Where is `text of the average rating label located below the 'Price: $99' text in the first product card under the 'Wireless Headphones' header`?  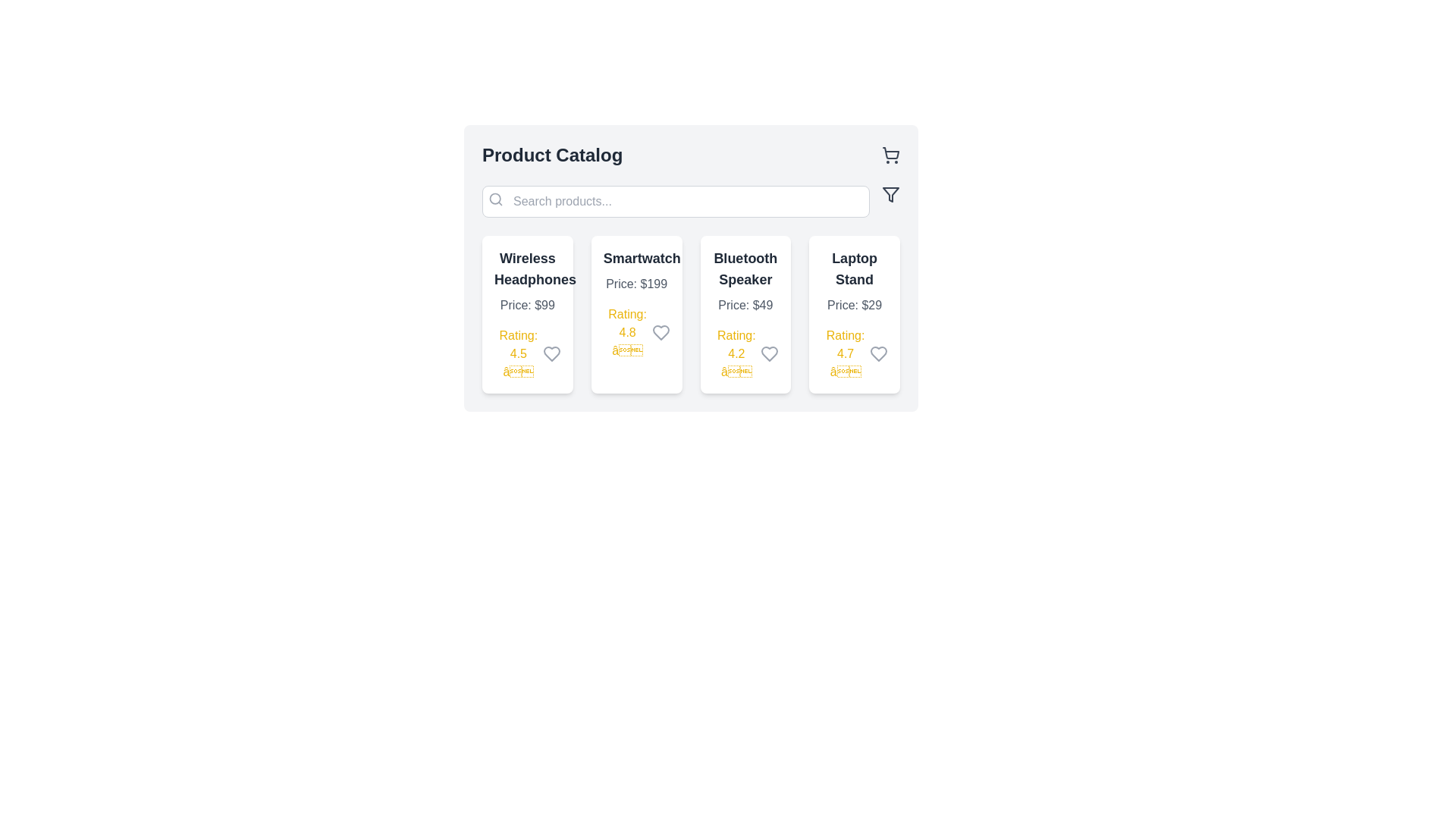
text of the average rating label located below the 'Price: $99' text in the first product card under the 'Wireless Headphones' header is located at coordinates (518, 353).